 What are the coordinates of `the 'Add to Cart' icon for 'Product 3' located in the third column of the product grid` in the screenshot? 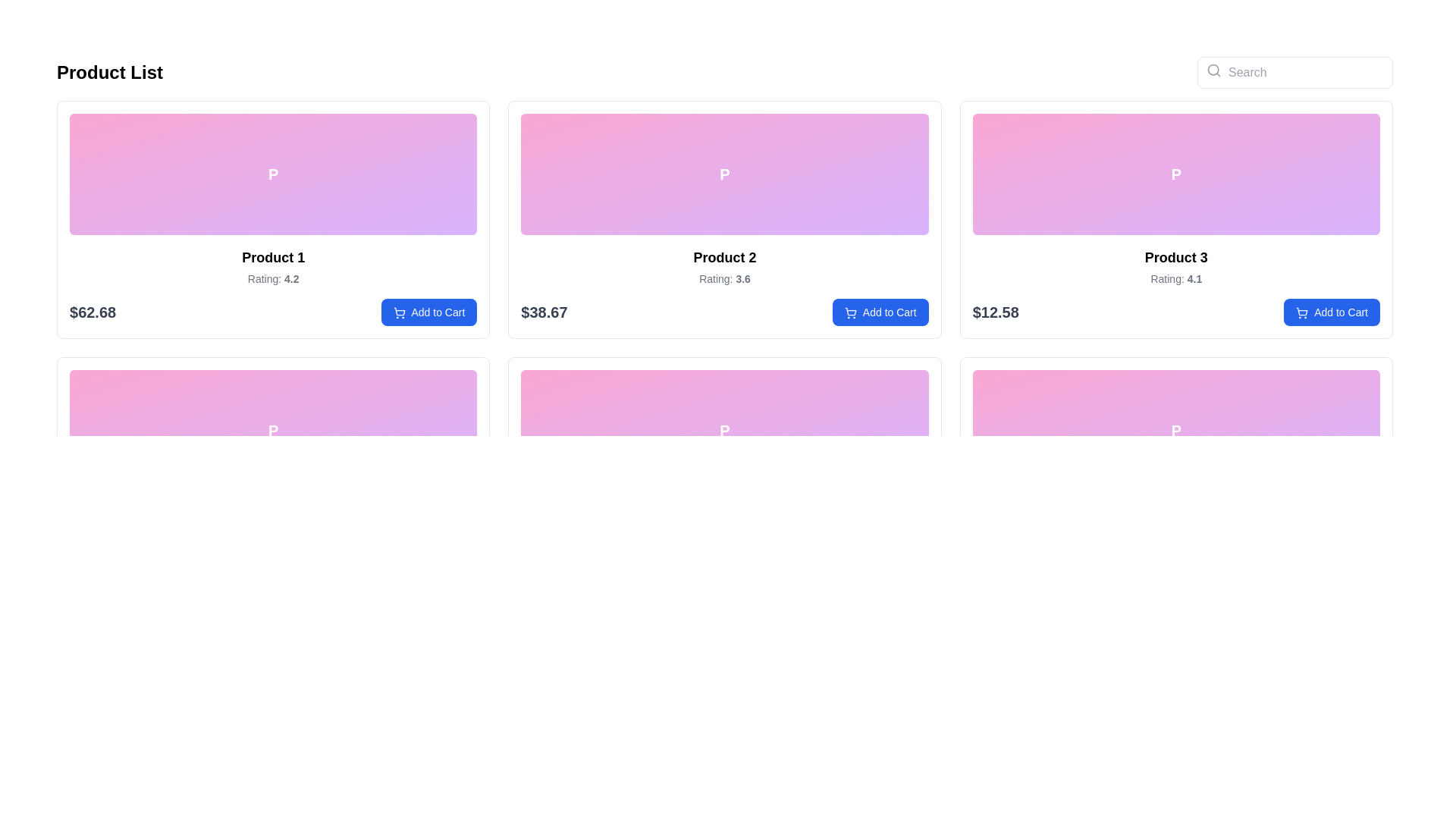 It's located at (1301, 311).